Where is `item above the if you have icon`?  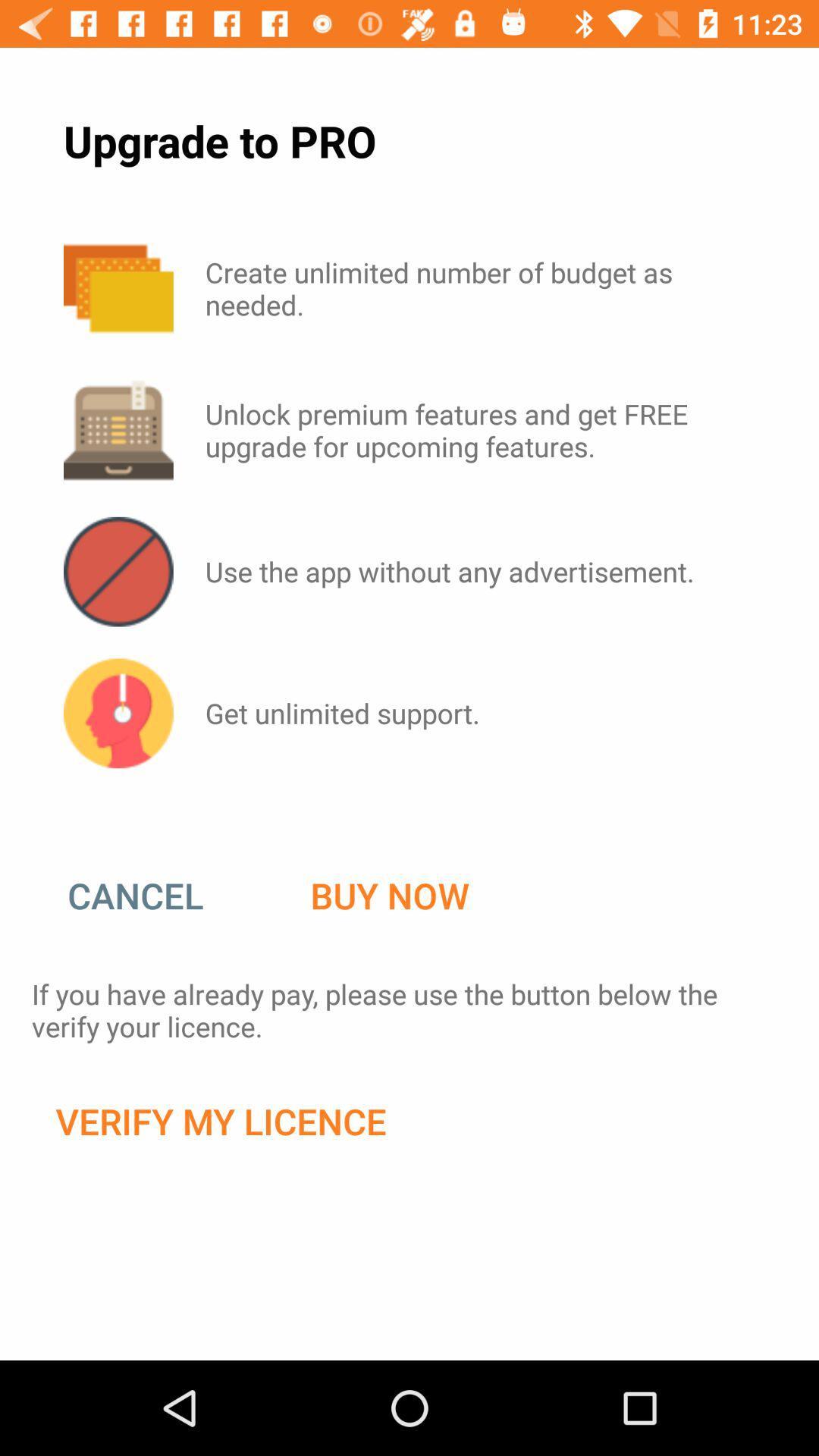
item above the if you have icon is located at coordinates (389, 896).